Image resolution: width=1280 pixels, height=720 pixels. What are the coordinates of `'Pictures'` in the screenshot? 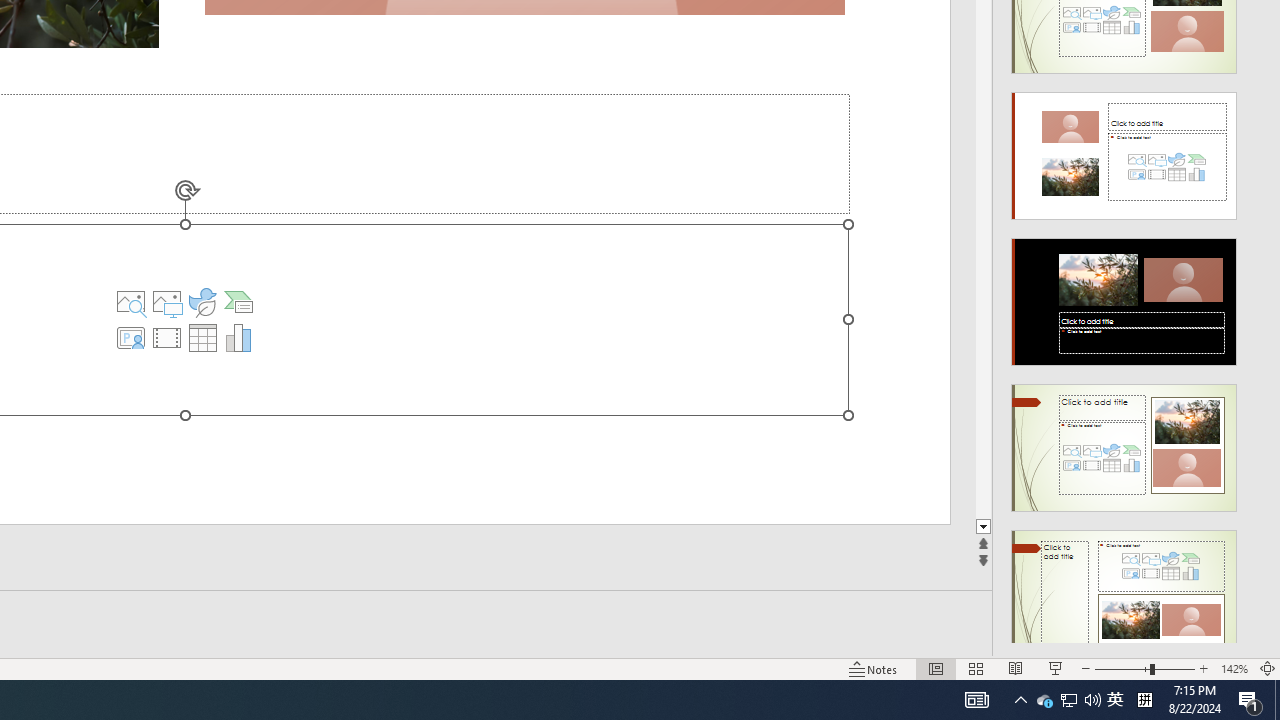 It's located at (167, 302).